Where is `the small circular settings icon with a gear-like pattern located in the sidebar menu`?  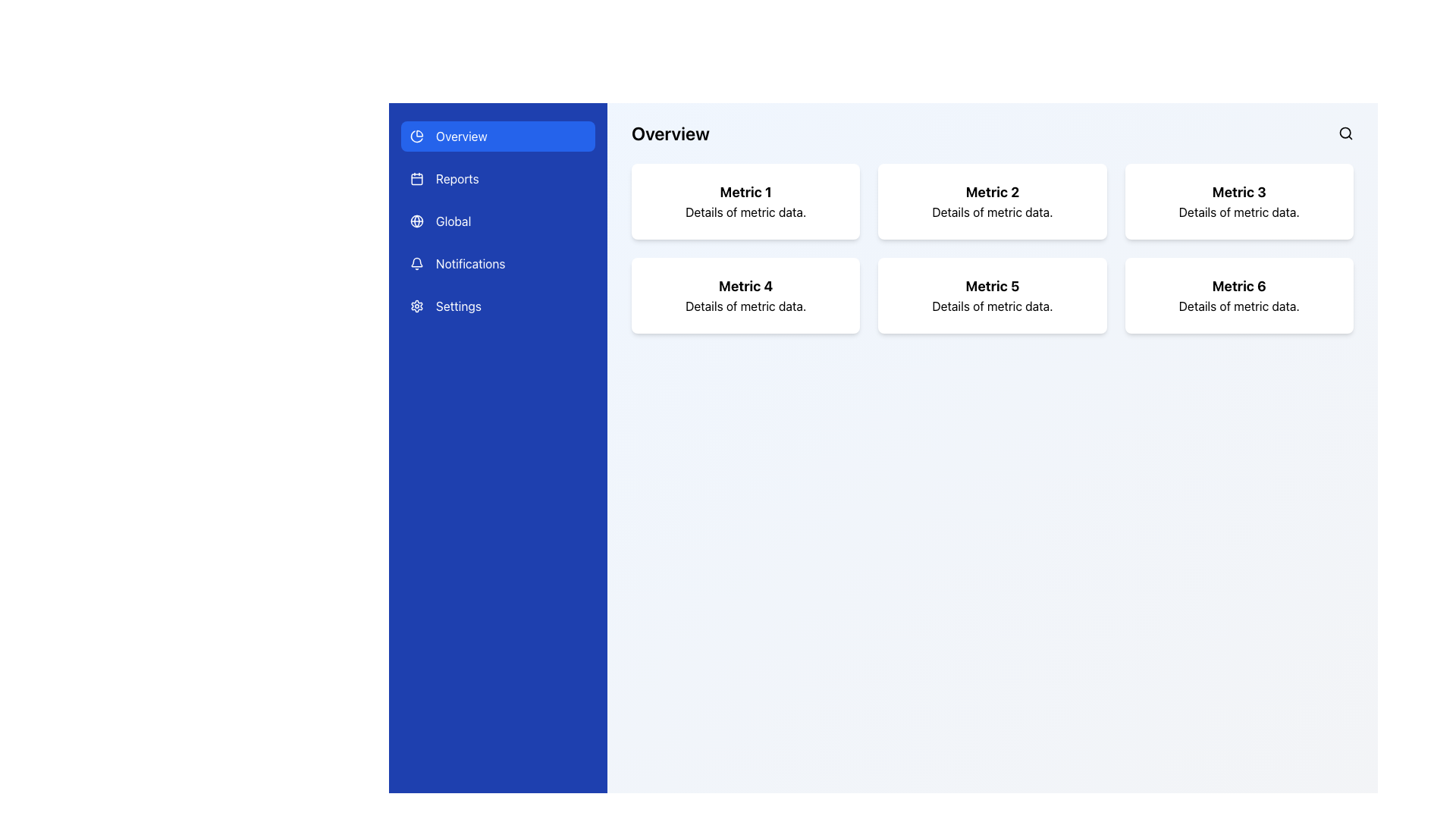 the small circular settings icon with a gear-like pattern located in the sidebar menu is located at coordinates (417, 306).